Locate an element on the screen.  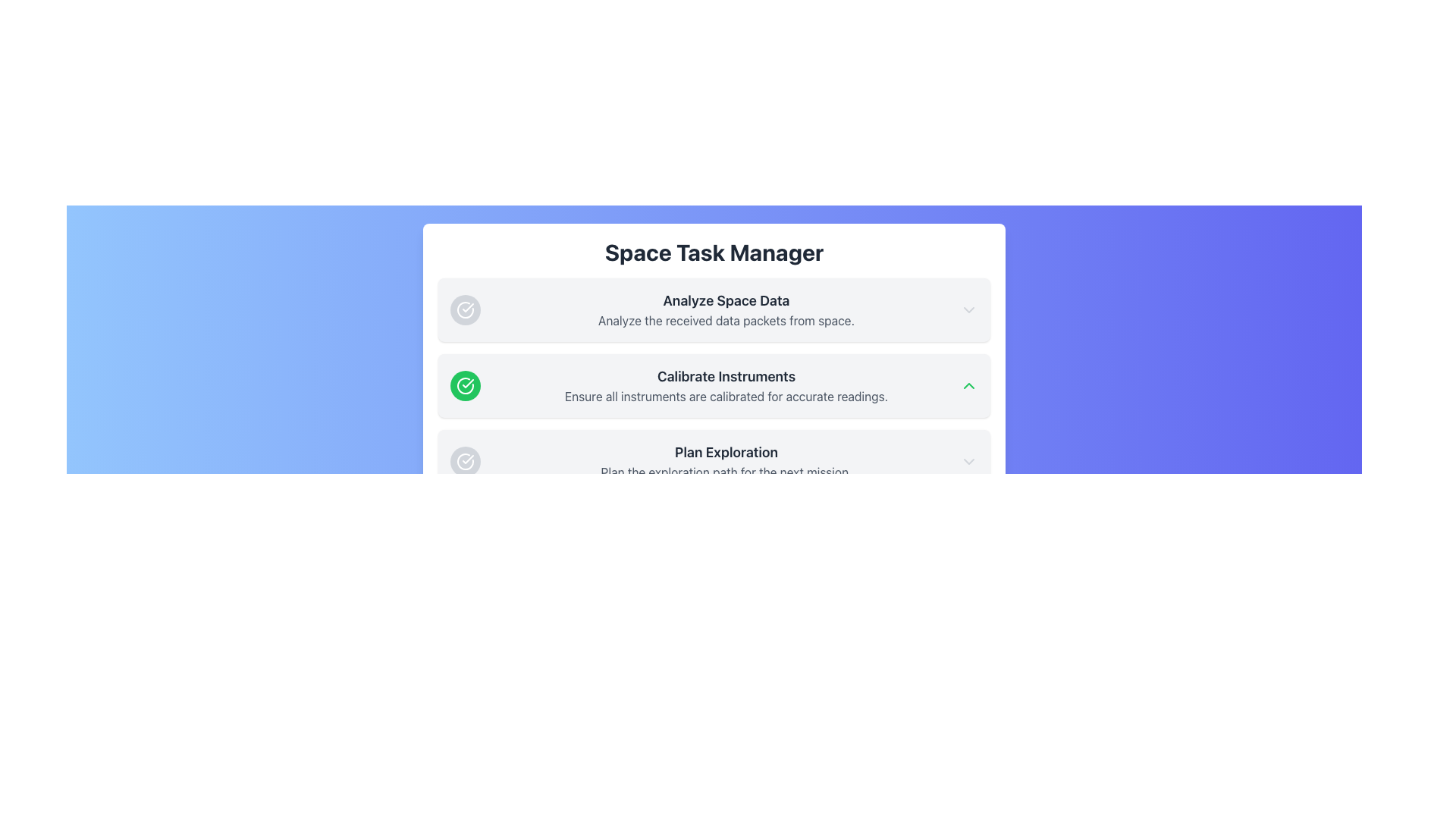
the 'Calibrate Instruments' task entry in the Space Task Manager section is located at coordinates (713, 385).